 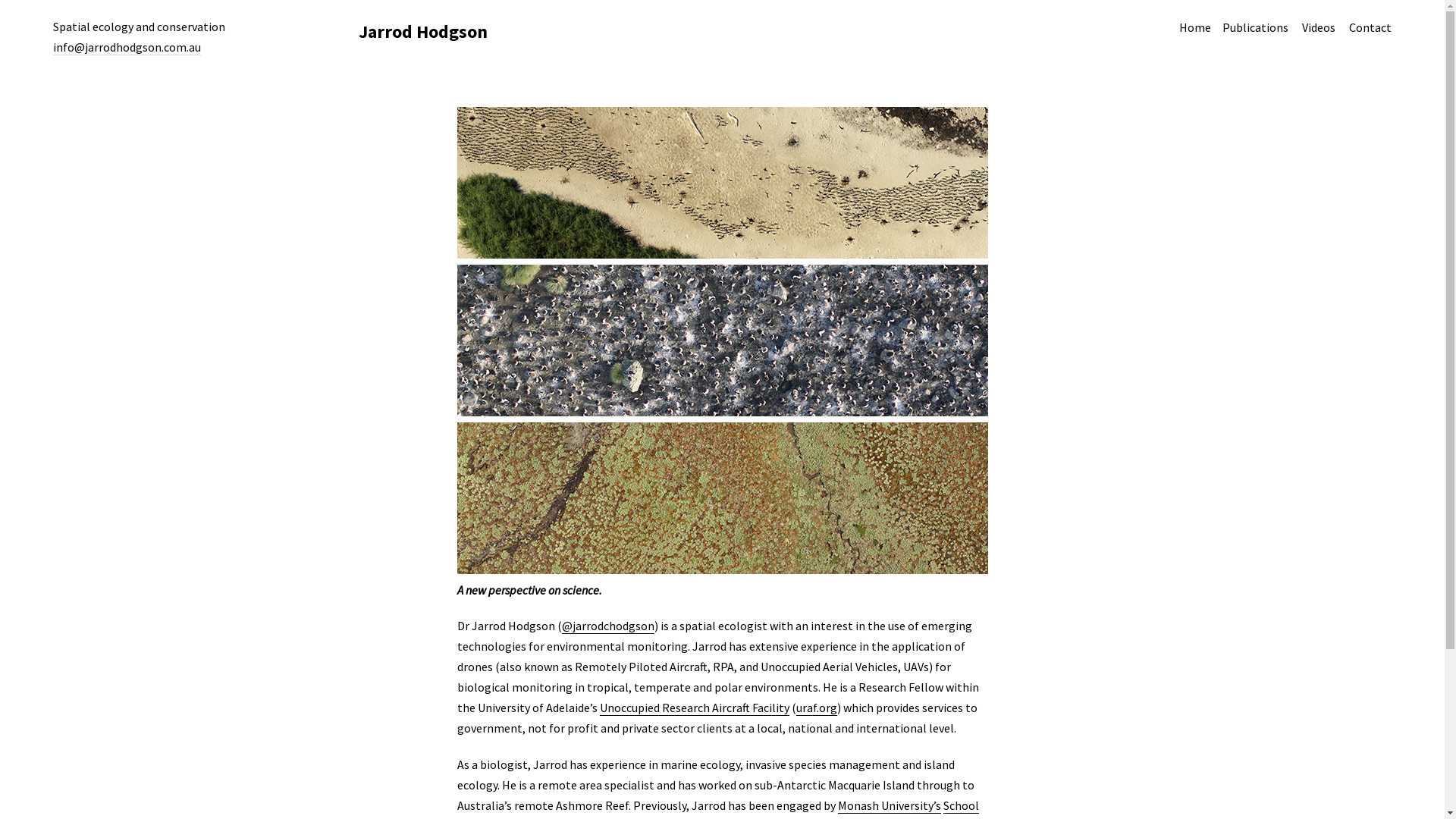 What do you see at coordinates (1370, 27) in the screenshot?
I see `'Contact'` at bounding box center [1370, 27].